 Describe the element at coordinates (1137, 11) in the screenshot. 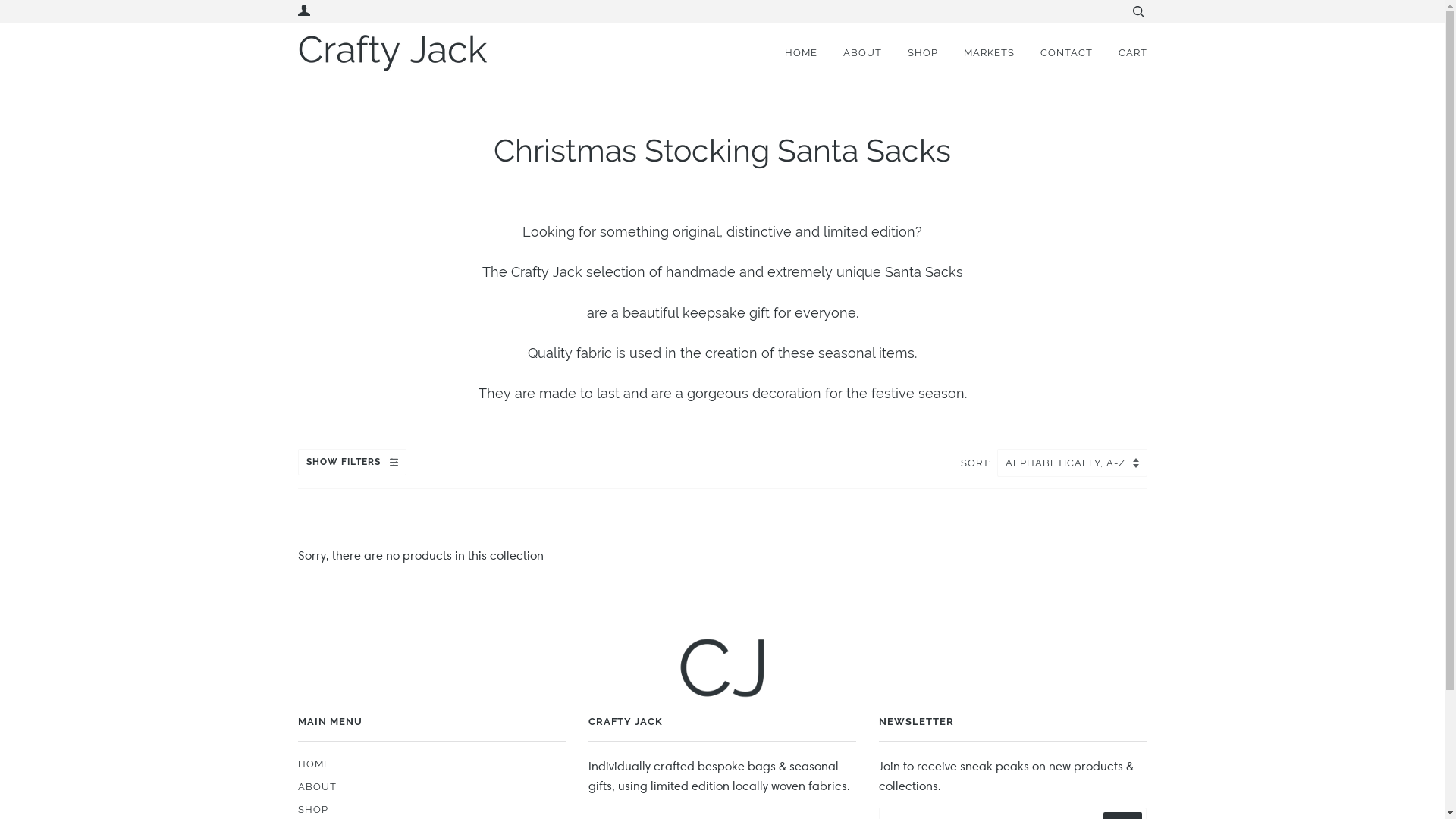

I see `'Search'` at that location.